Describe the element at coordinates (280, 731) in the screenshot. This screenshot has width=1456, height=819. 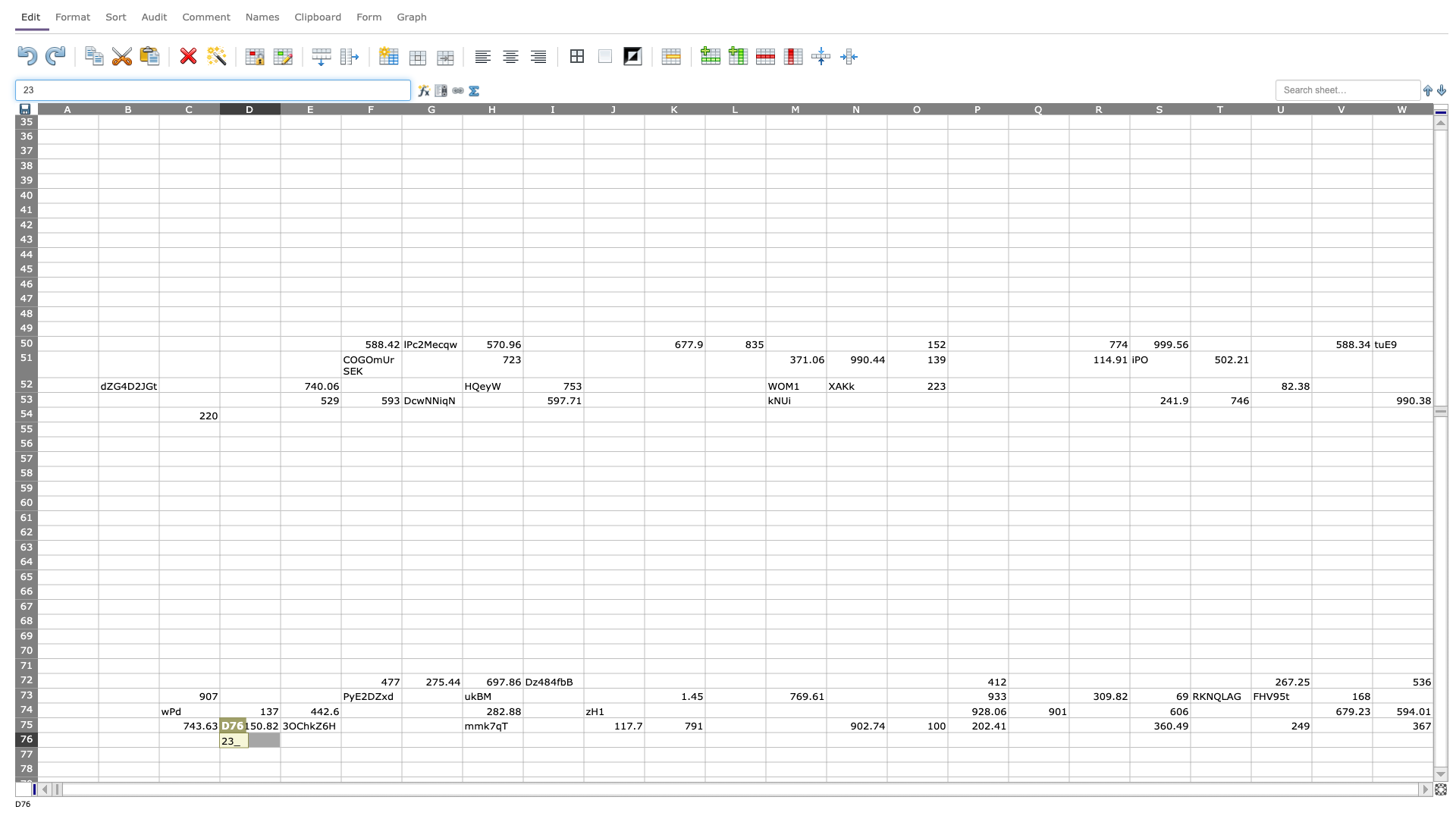
I see `top left corner of cell E76` at that location.